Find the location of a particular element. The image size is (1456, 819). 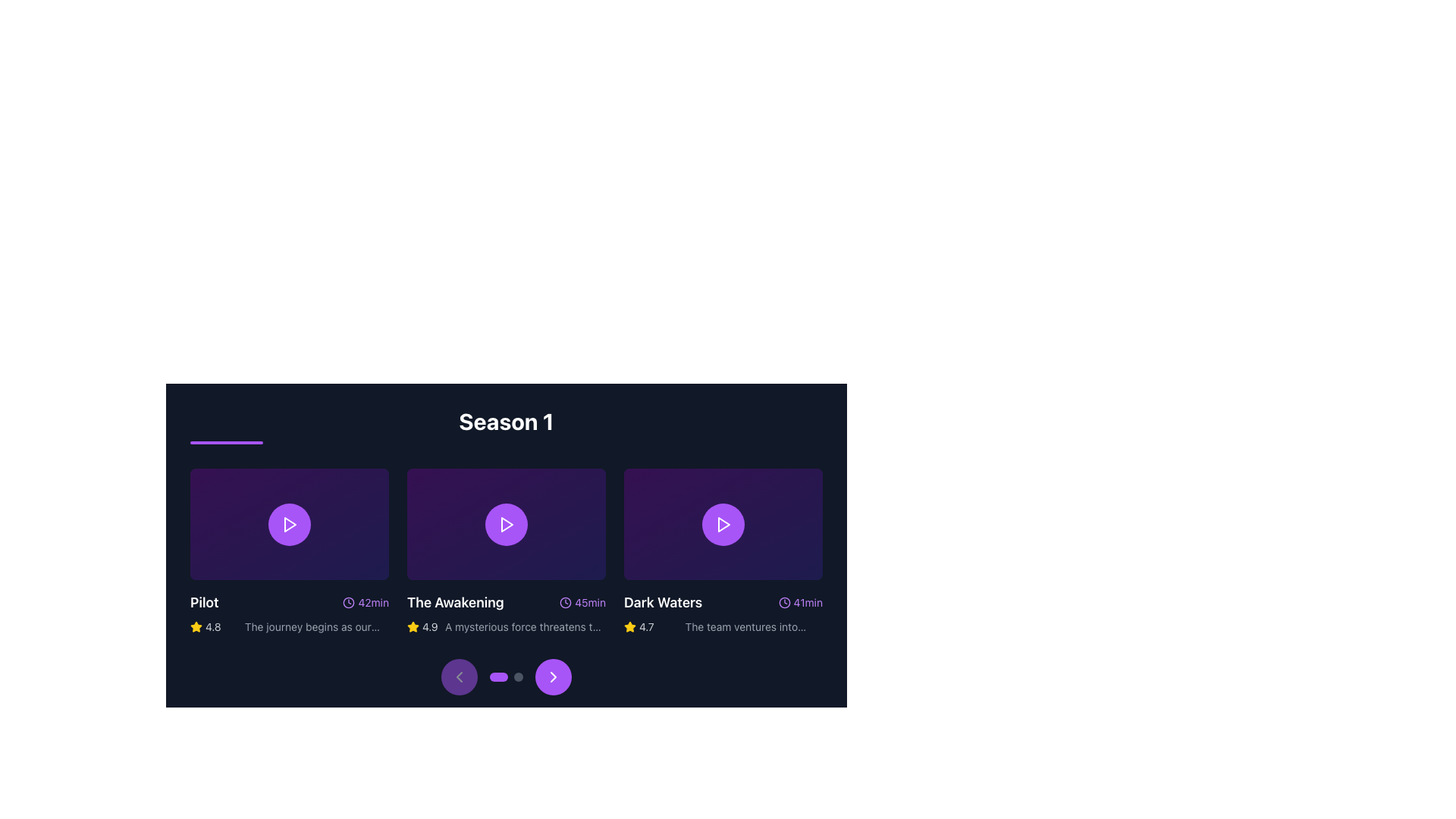

the yellow star-shaped decorative icon located to the left of the numerical rating '4.9' for the episode 'The Awakening' is located at coordinates (413, 626).